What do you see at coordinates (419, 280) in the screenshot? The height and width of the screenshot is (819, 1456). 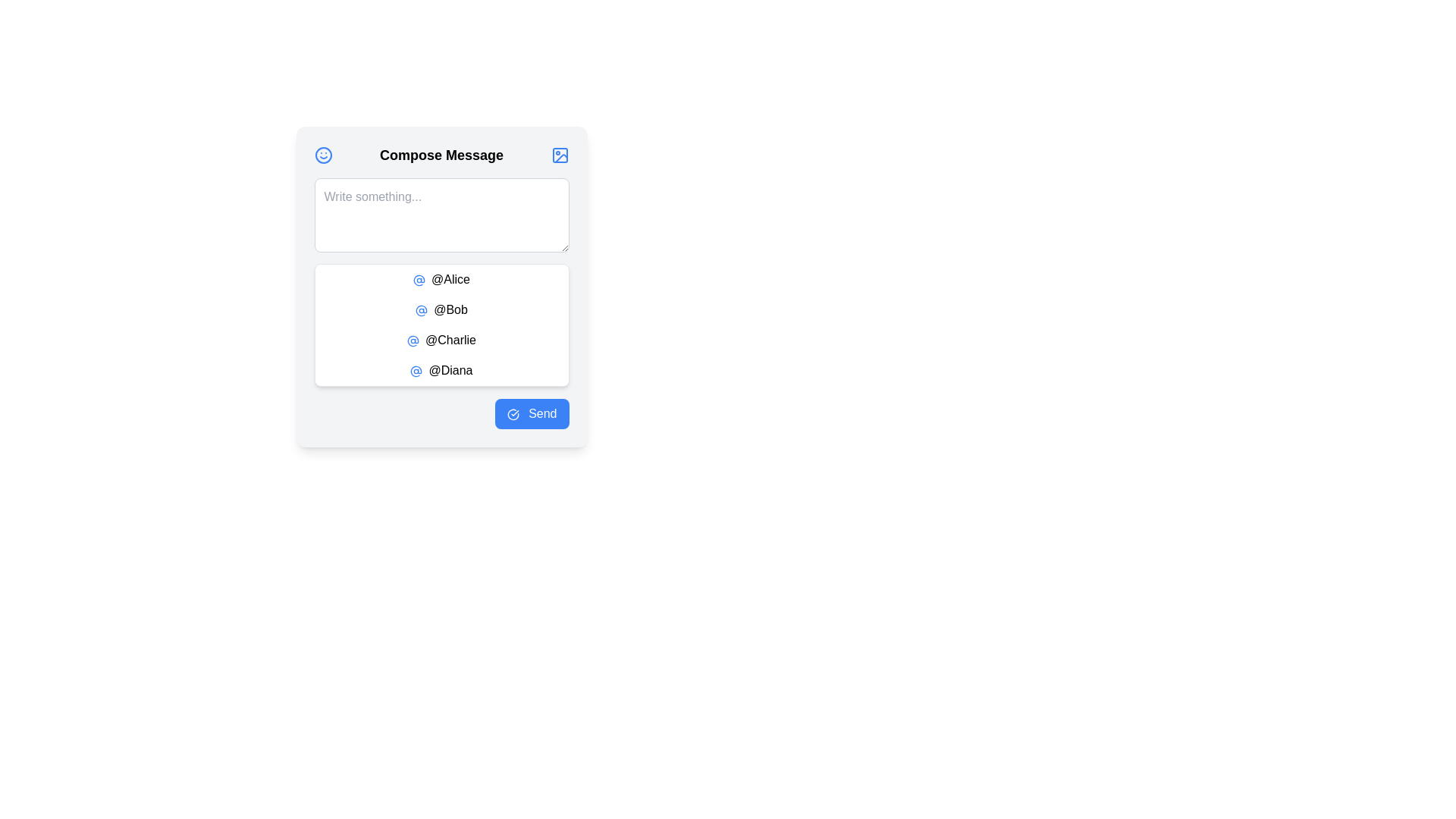 I see `the Decorative icon indicating the mention '@Alice' suggestion, which is located at the leftmost part of the first item in the vertical list under the 'Compose Message' input box` at bounding box center [419, 280].